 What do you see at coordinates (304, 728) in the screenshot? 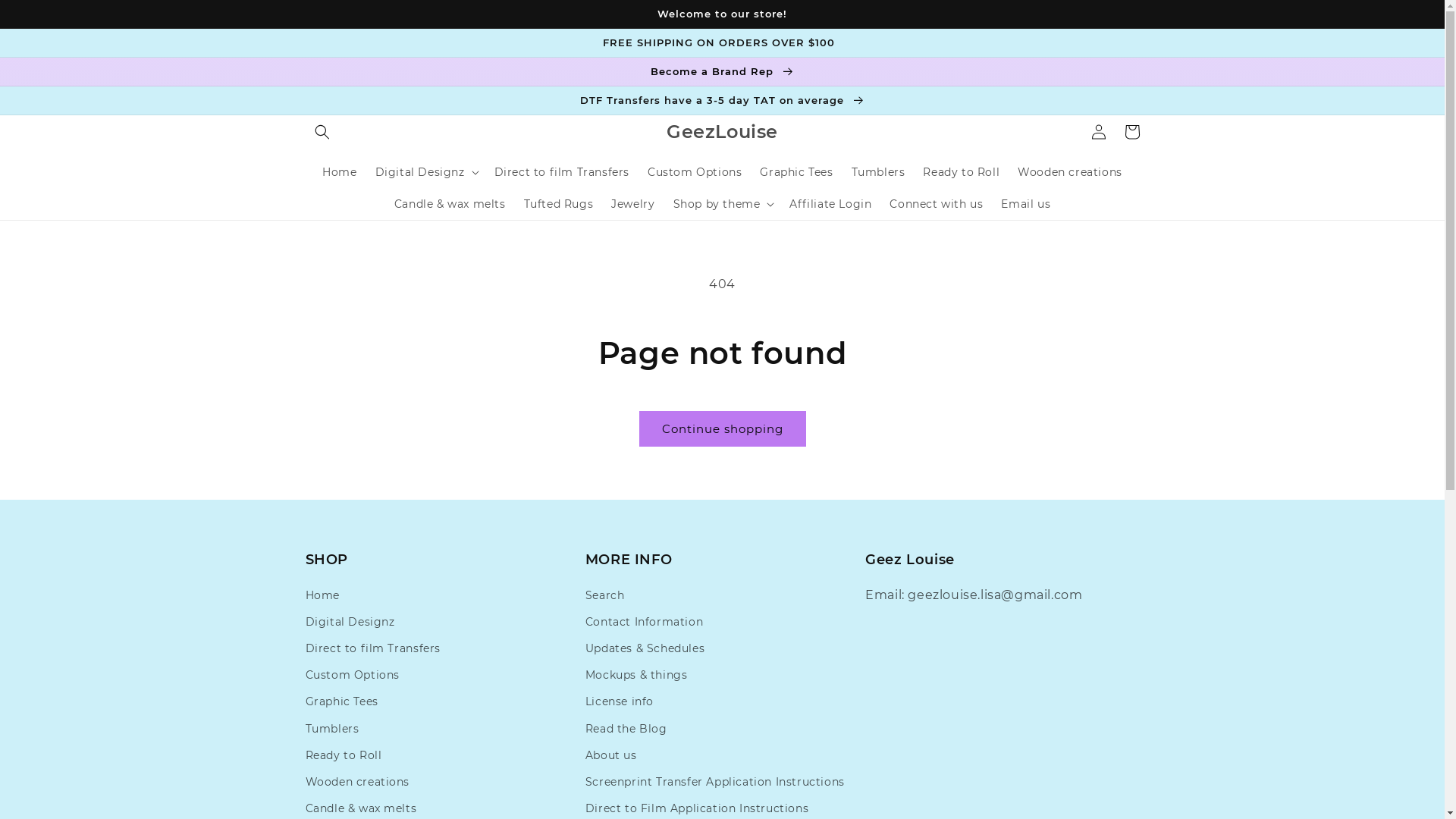
I see `'Tumblers'` at bounding box center [304, 728].